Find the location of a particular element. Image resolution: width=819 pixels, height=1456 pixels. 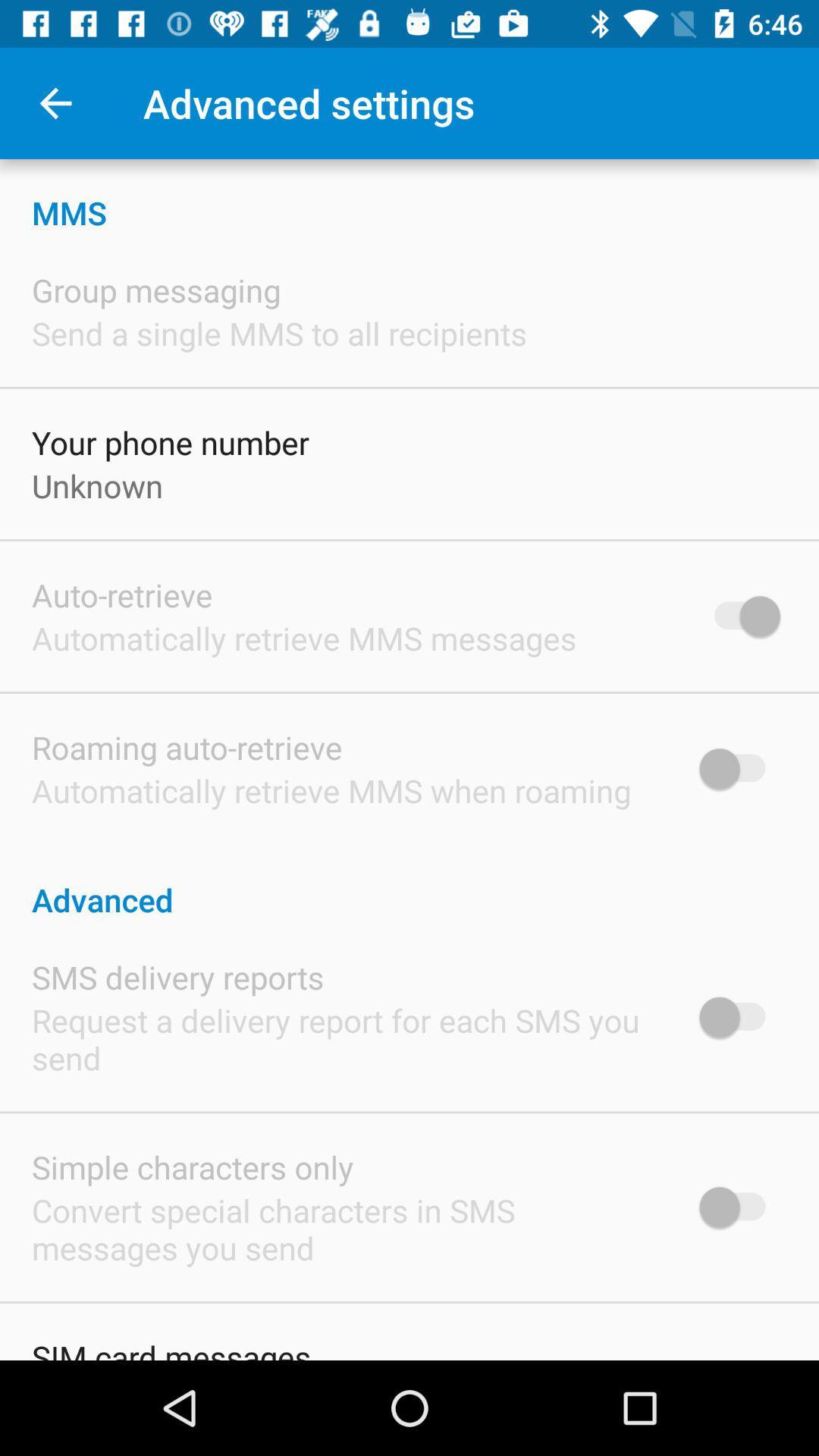

the icon above the convert special characters icon is located at coordinates (192, 1166).